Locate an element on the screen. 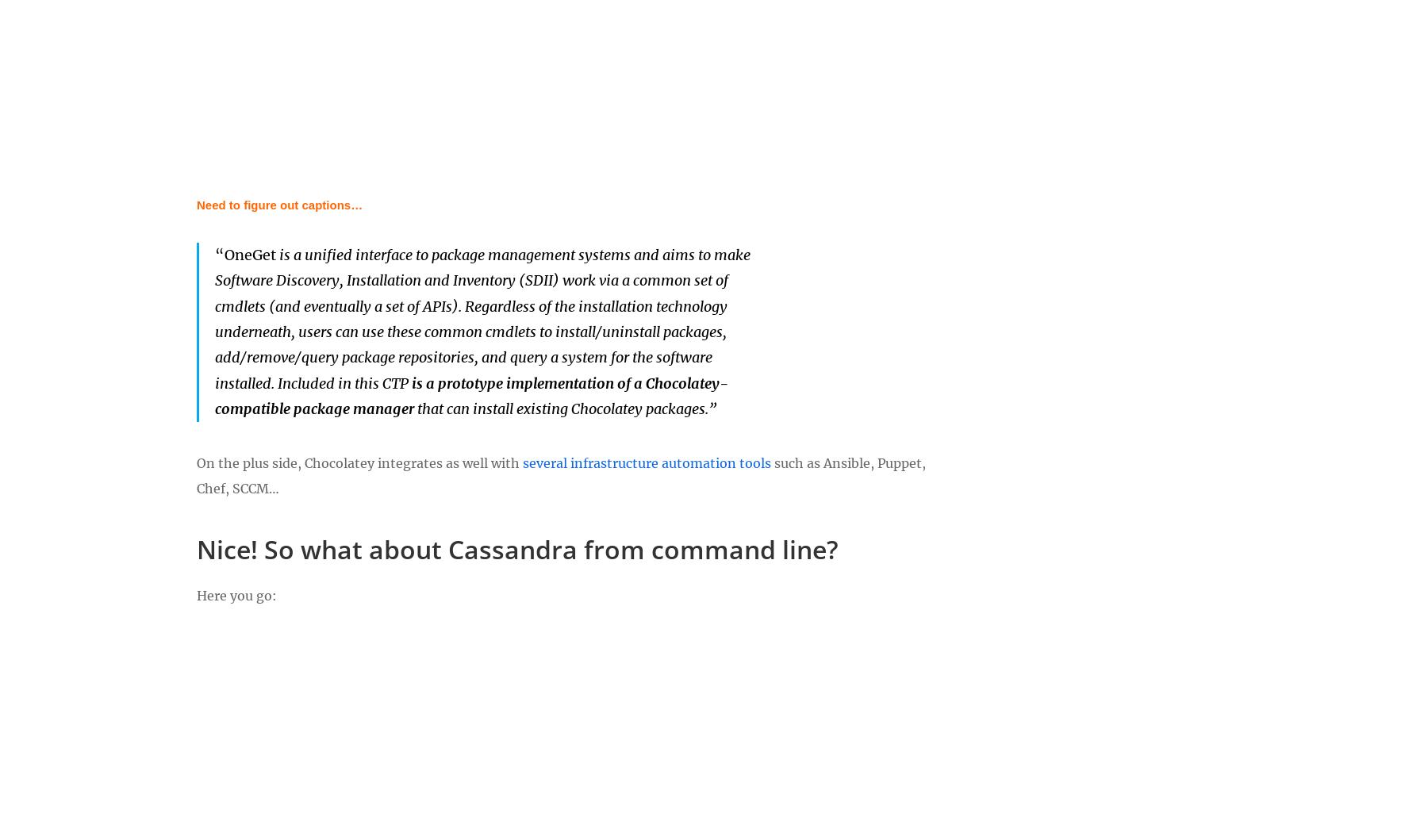  'Need to figure out captions…' is located at coordinates (278, 204).